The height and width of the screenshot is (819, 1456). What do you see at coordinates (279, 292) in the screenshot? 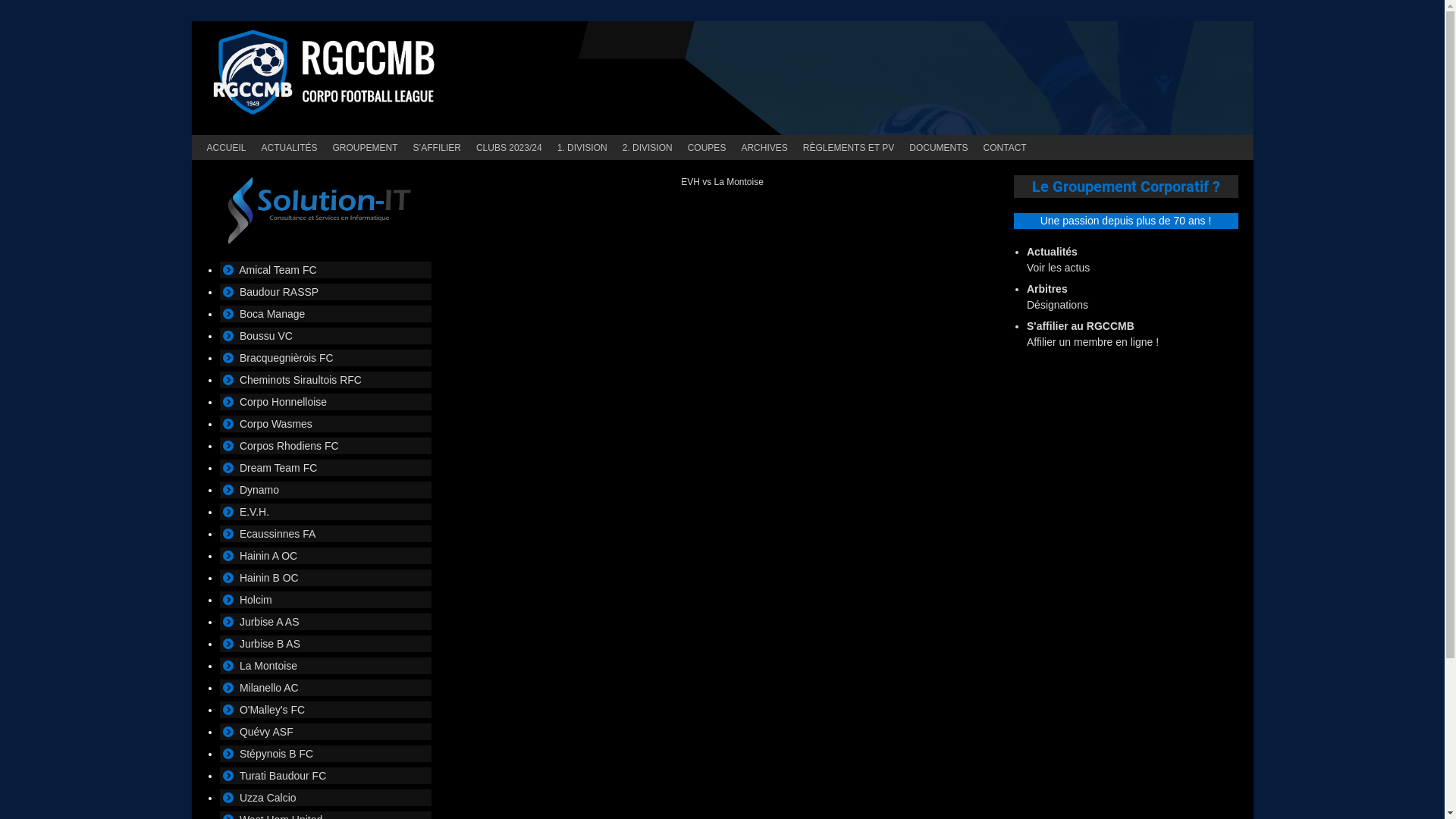
I see `'Baudour RASSP'` at bounding box center [279, 292].